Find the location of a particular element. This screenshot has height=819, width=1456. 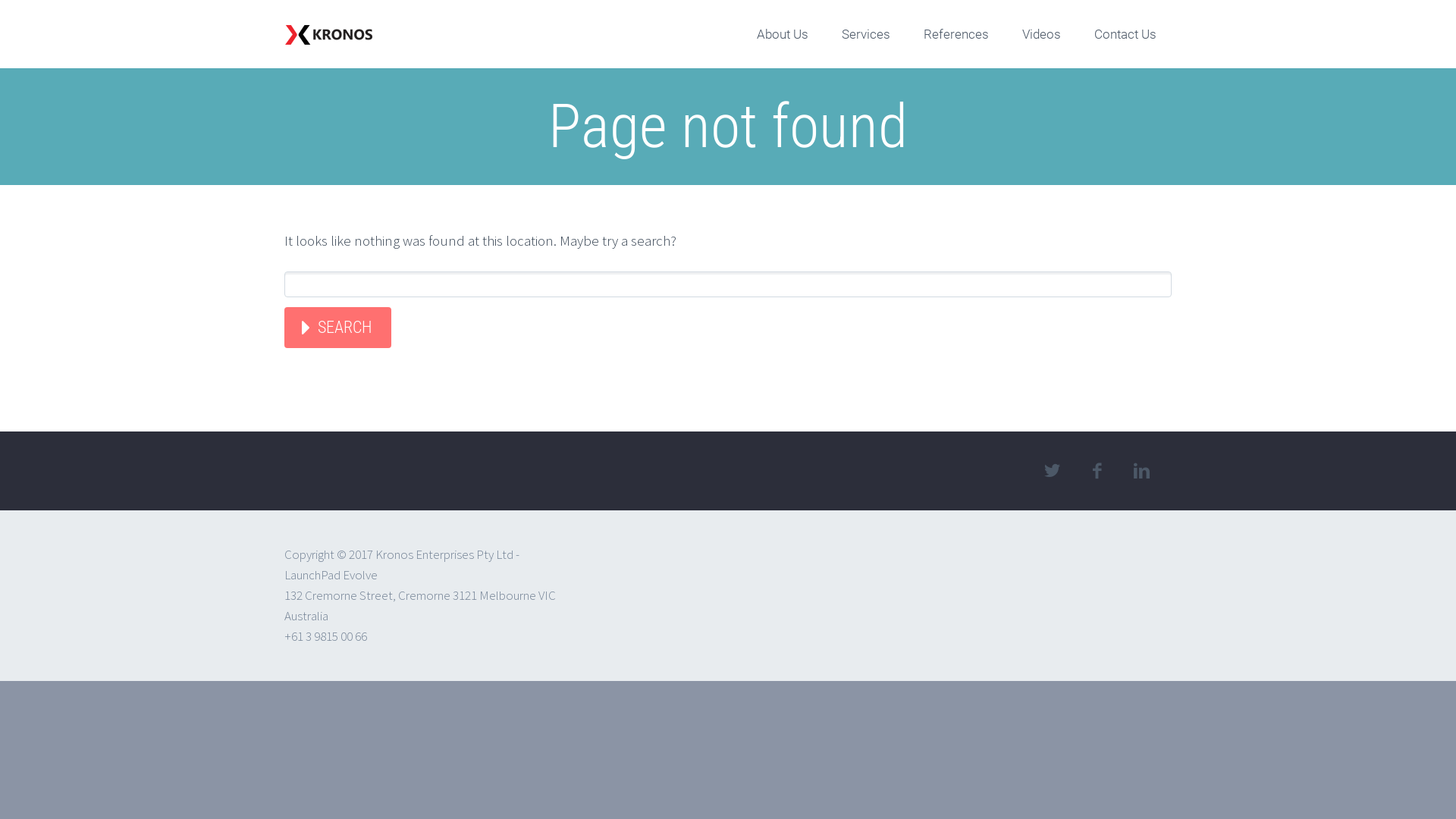

'Services' is located at coordinates (866, 34).